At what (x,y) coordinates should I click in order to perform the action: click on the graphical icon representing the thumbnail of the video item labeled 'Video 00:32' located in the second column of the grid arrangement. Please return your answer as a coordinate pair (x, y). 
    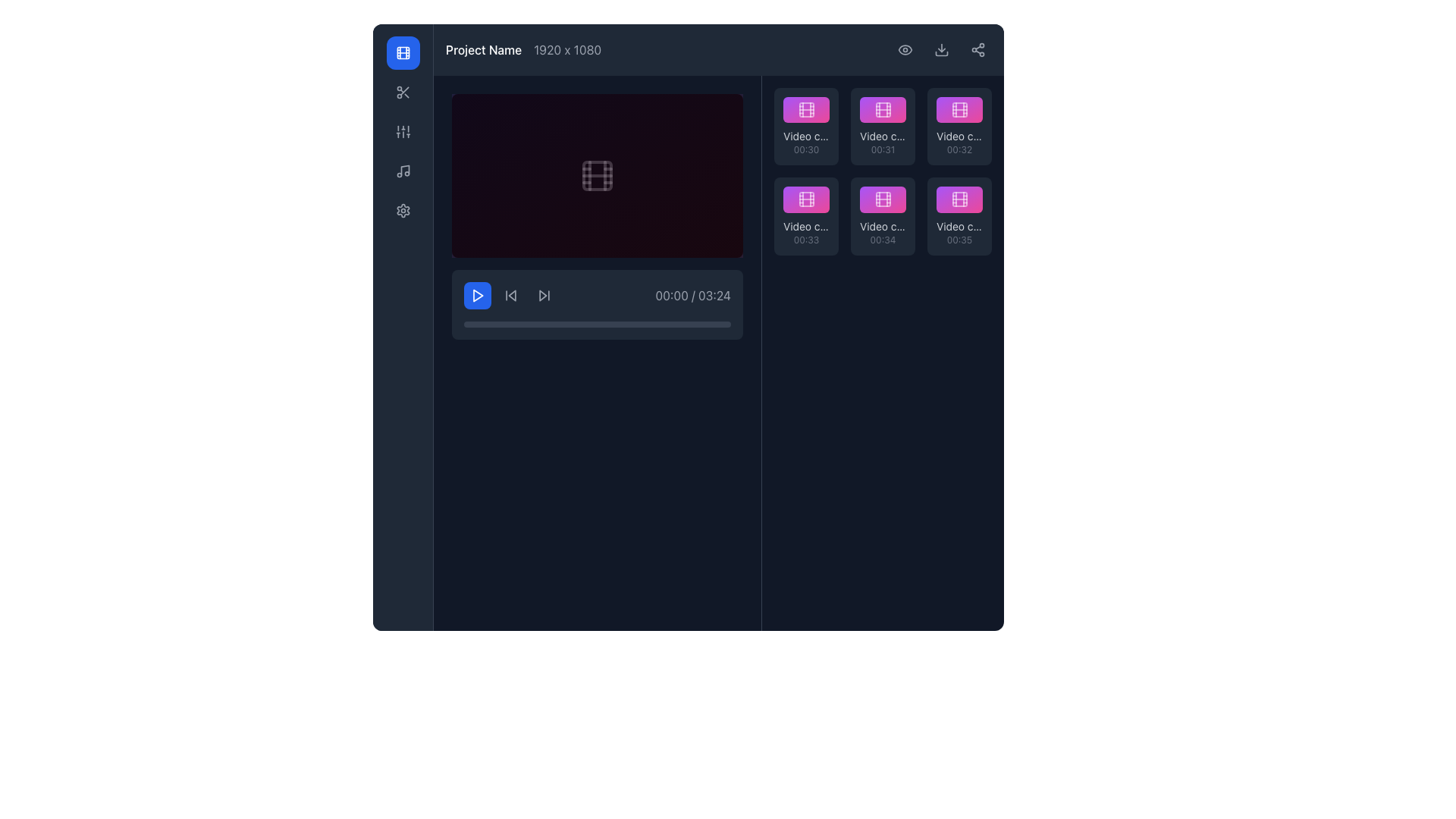
    Looking at the image, I should click on (959, 109).